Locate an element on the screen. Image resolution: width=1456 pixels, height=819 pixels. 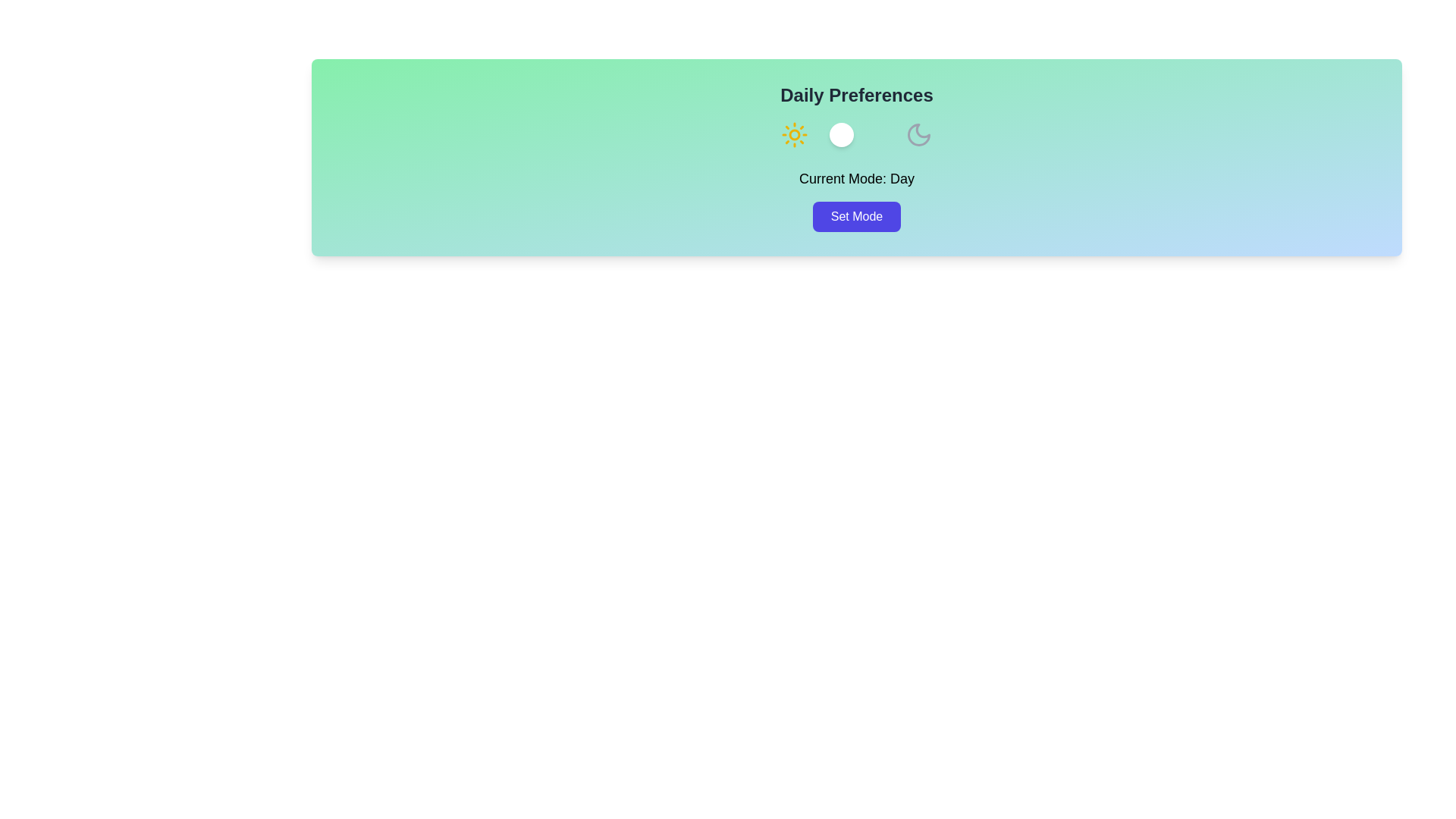
the moon icon to switch to night mode is located at coordinates (918, 133).